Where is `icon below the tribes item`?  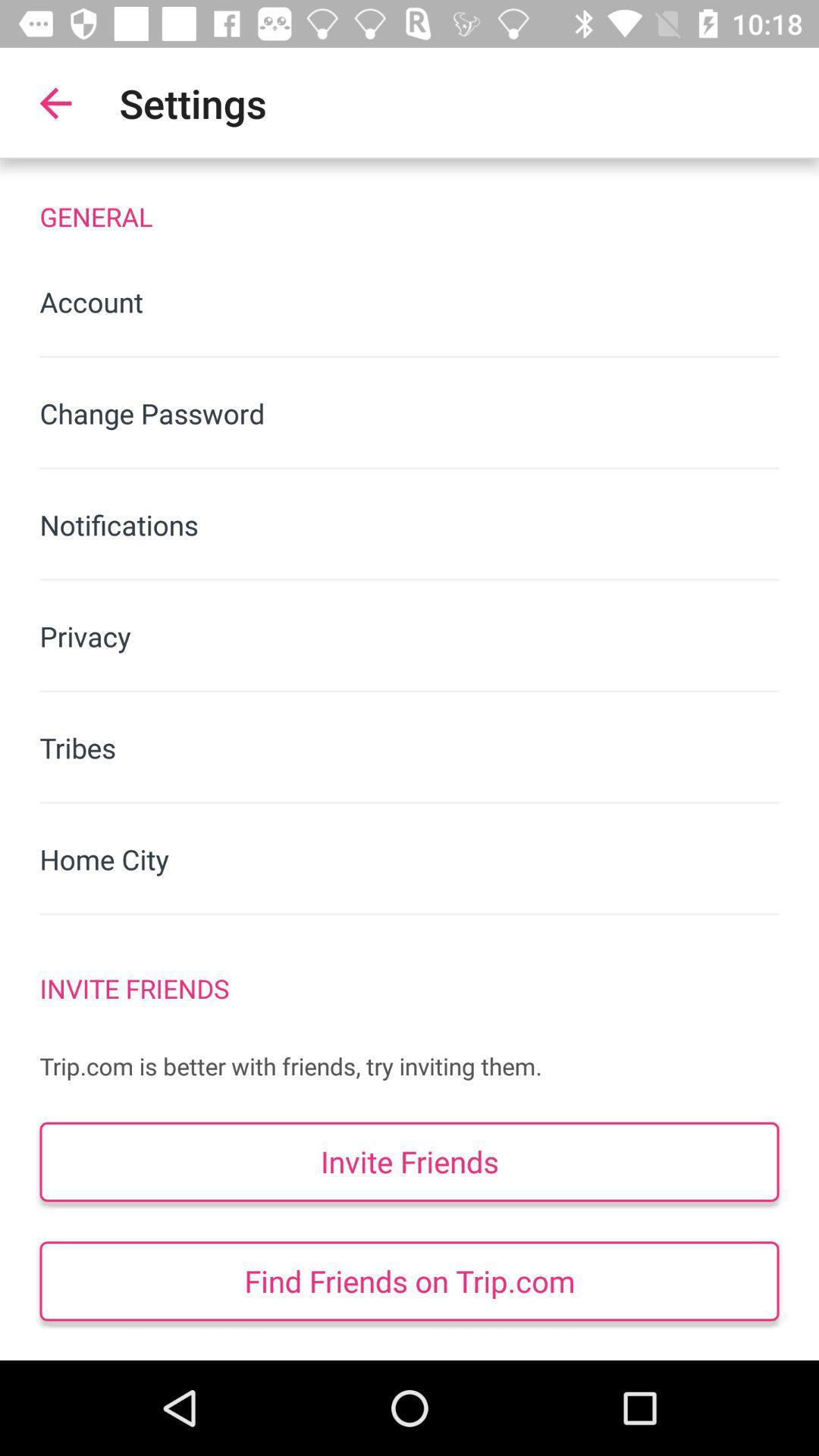 icon below the tribes item is located at coordinates (409, 859).